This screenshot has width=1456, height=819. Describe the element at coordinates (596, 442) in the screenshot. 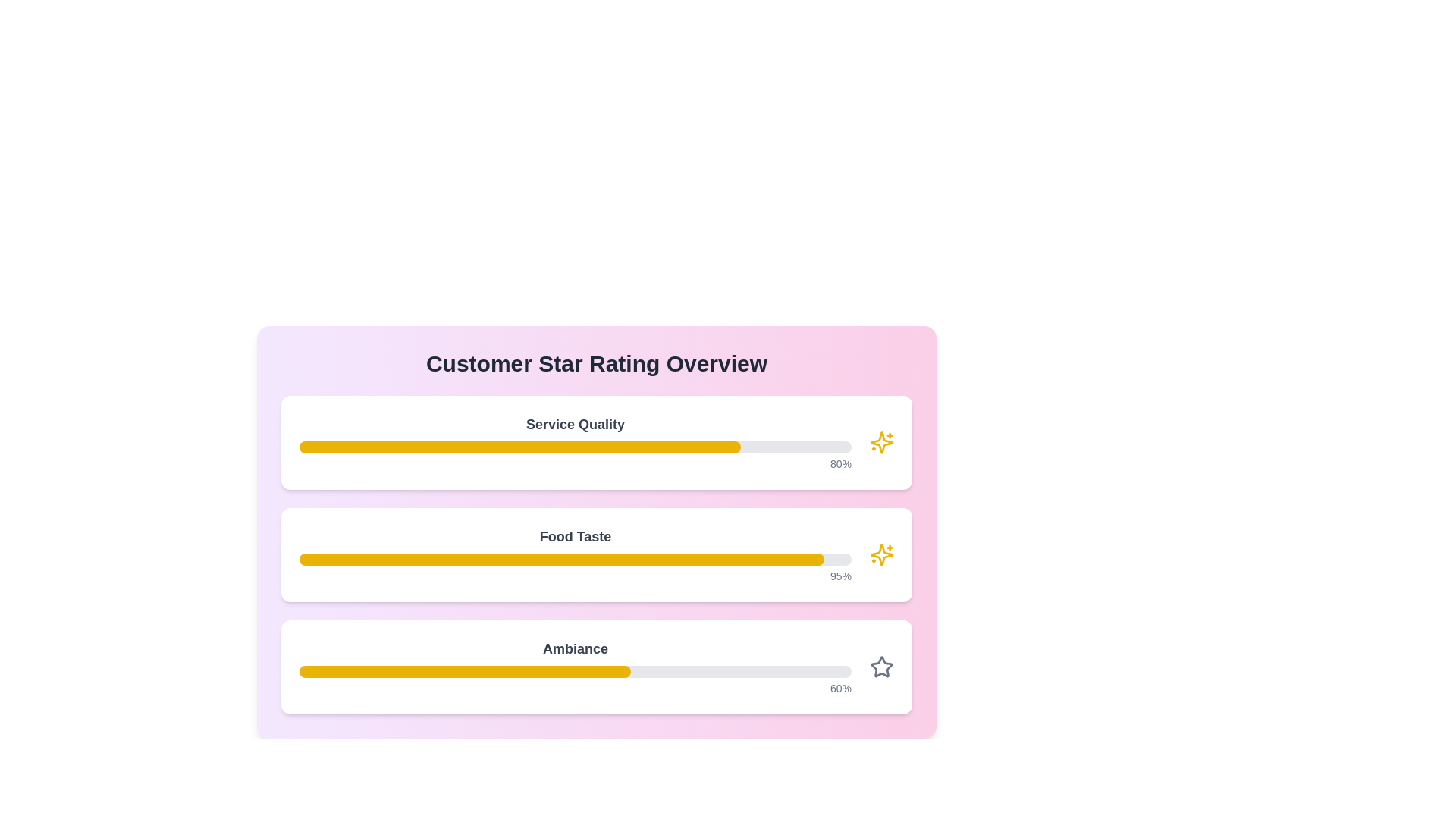

I see `displayed percentage on the Progress bar for 'Service Quality', which is positioned at the top of the stacked list of summary boxes` at that location.